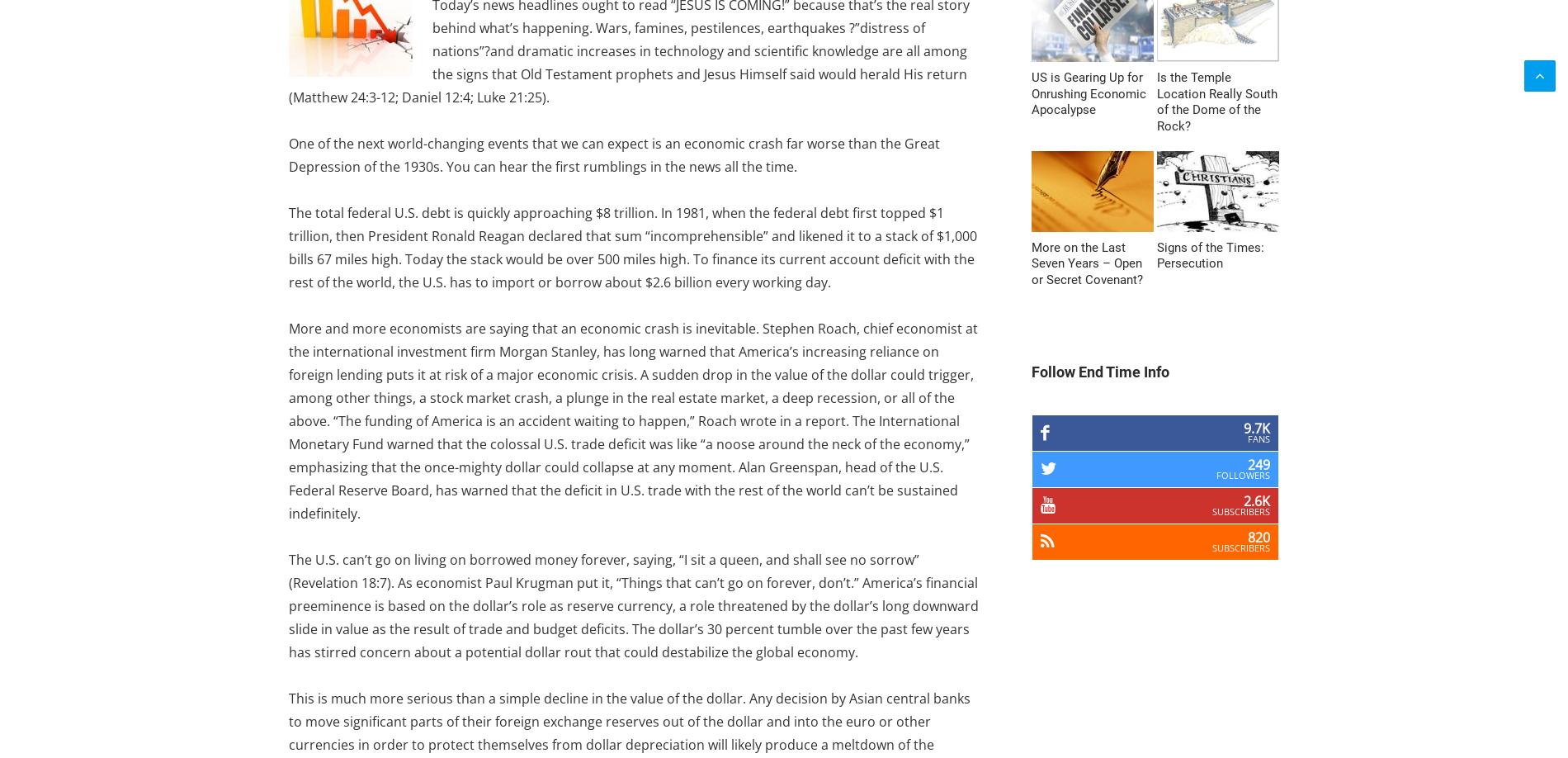 Image resolution: width=1568 pixels, height=758 pixels. Describe the element at coordinates (1216, 474) in the screenshot. I see `'Followers'` at that location.